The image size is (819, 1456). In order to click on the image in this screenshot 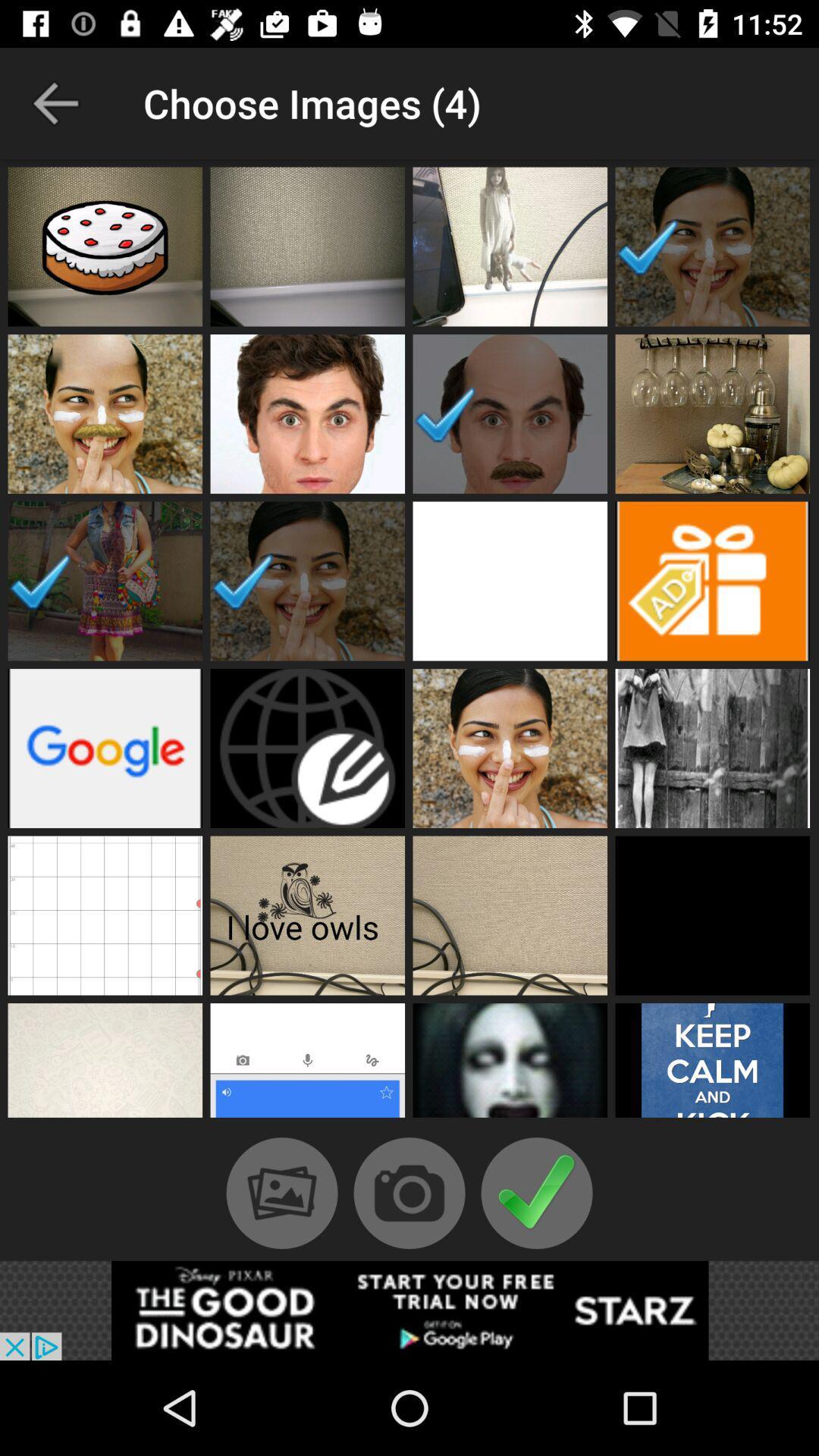, I will do `click(510, 748)`.